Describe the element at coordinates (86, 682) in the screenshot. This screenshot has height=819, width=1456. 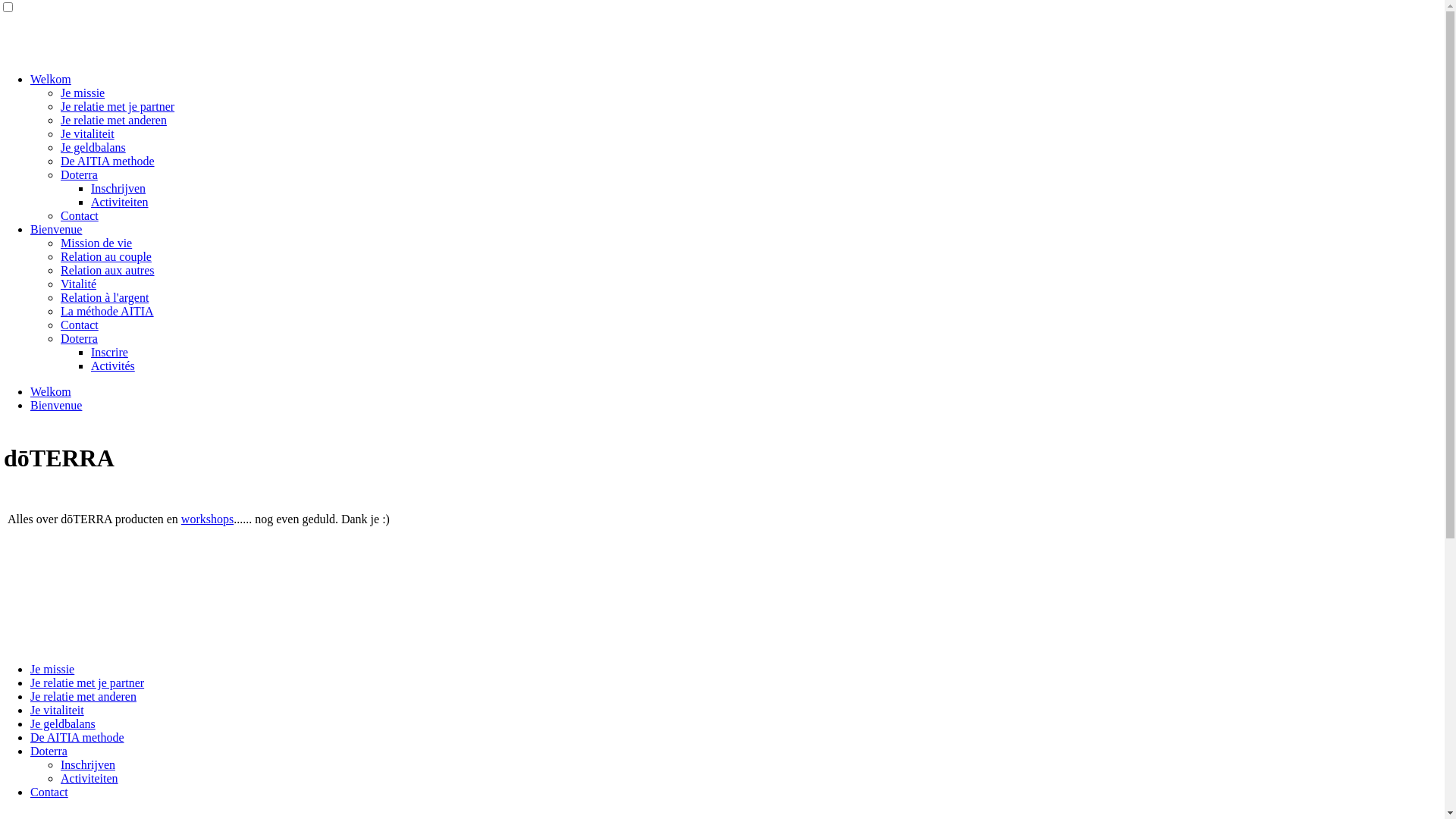
I see `'Je relatie met je partner'` at that location.